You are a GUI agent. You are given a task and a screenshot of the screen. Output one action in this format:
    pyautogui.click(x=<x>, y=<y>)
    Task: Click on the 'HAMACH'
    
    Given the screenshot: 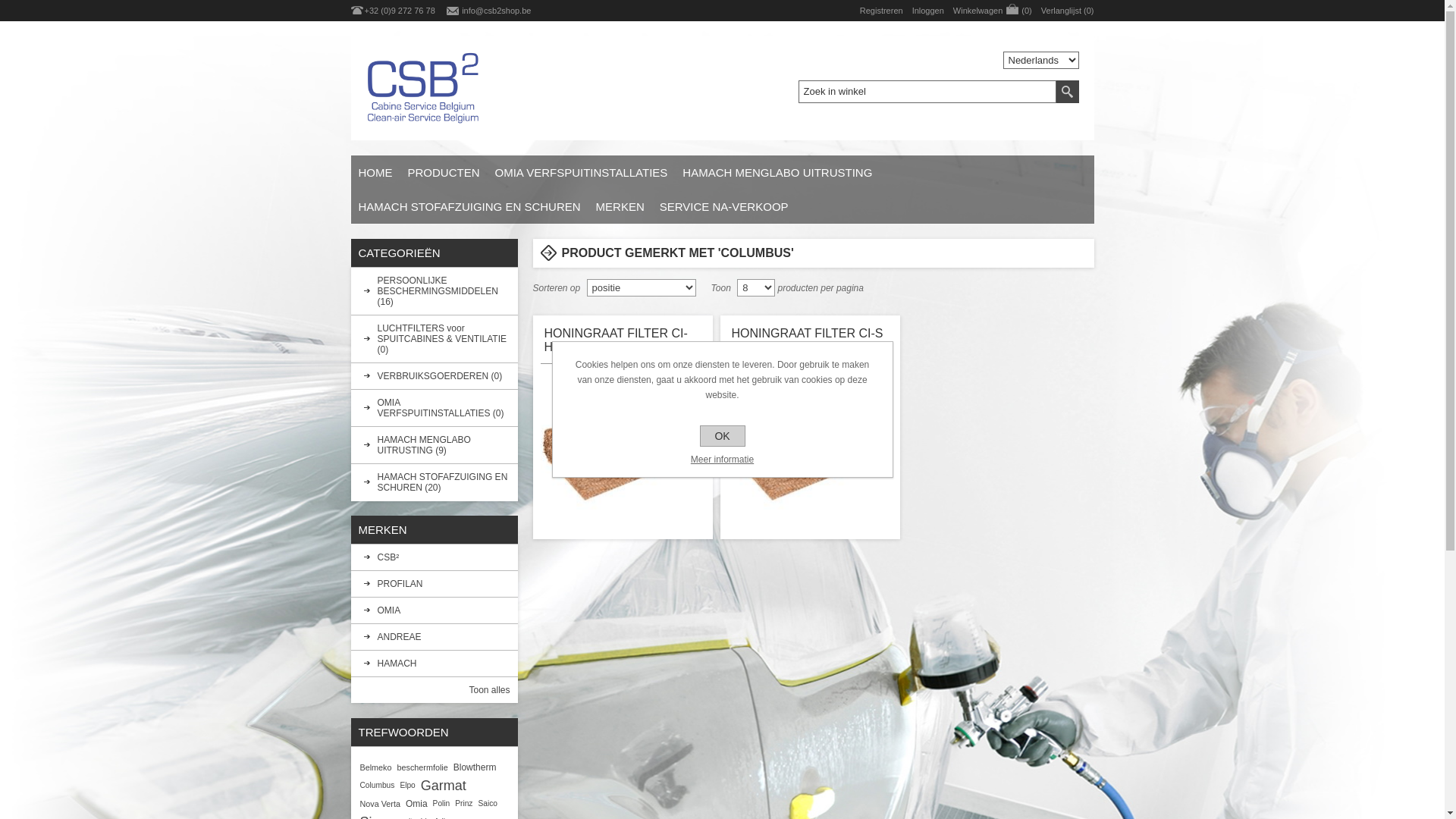 What is the action you would take?
    pyautogui.click(x=349, y=663)
    